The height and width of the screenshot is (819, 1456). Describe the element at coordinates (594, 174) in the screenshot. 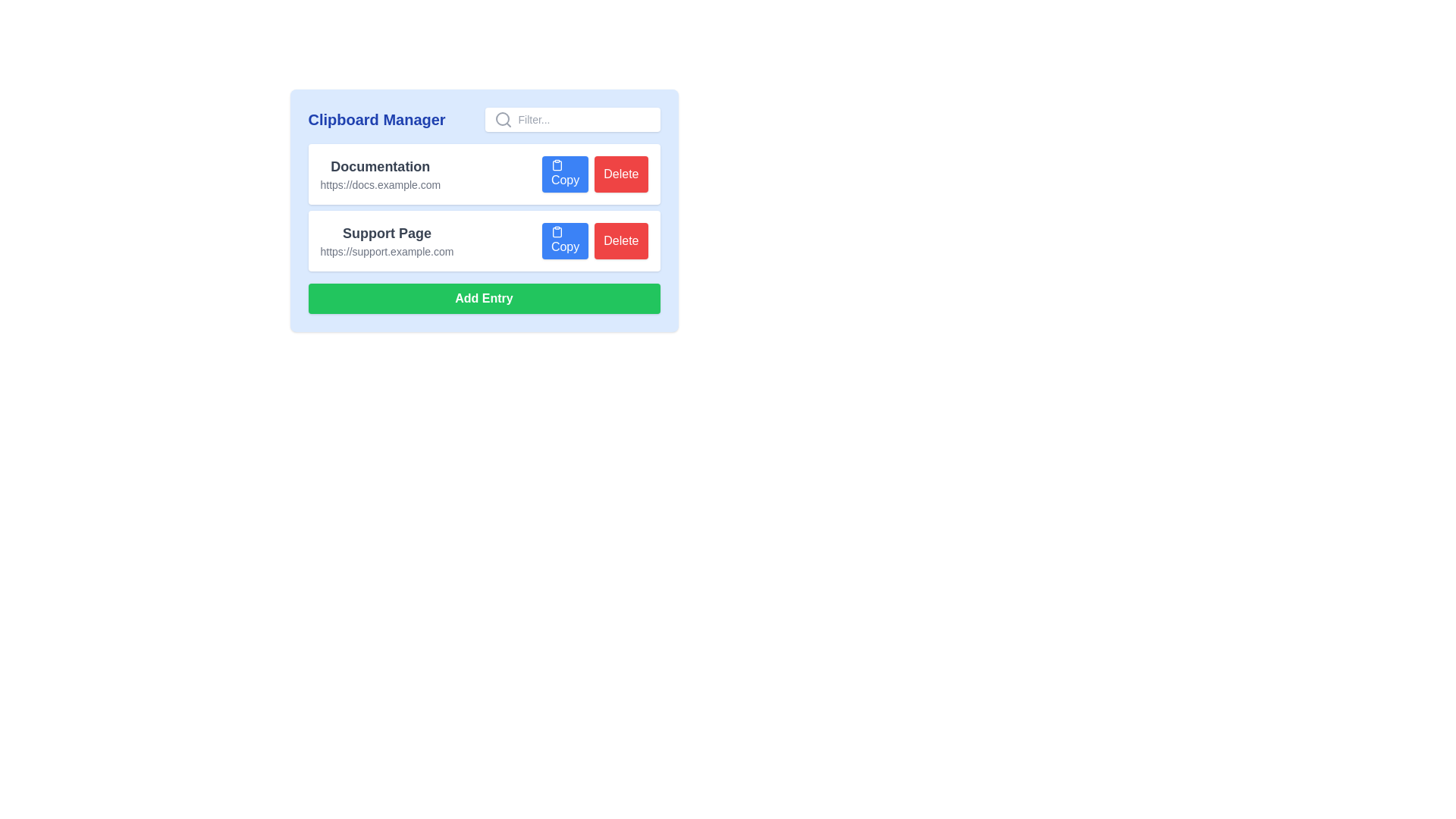

I see `the button group containing the 'Copy' and 'Delete' buttons, which are styled with blue and red backgrounds respectively, to interact with their hover effects` at that location.